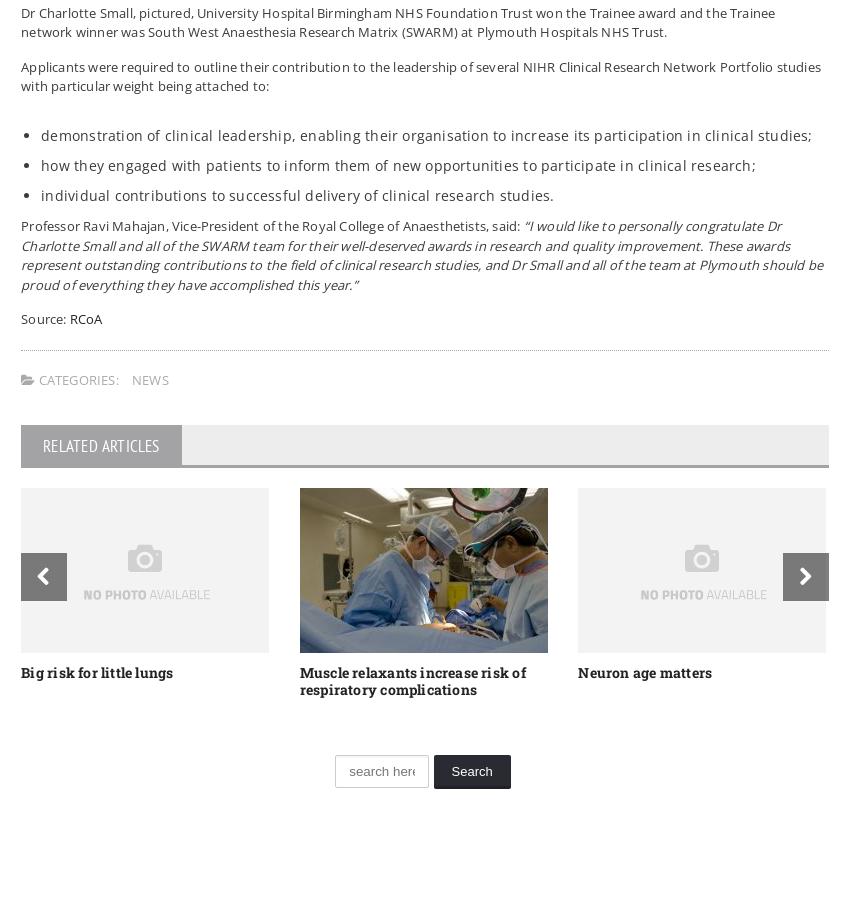  I want to click on 'demonstration of clinical leadership, enabling their organisation to increase its participation in clinical studies;', so click(425, 133).